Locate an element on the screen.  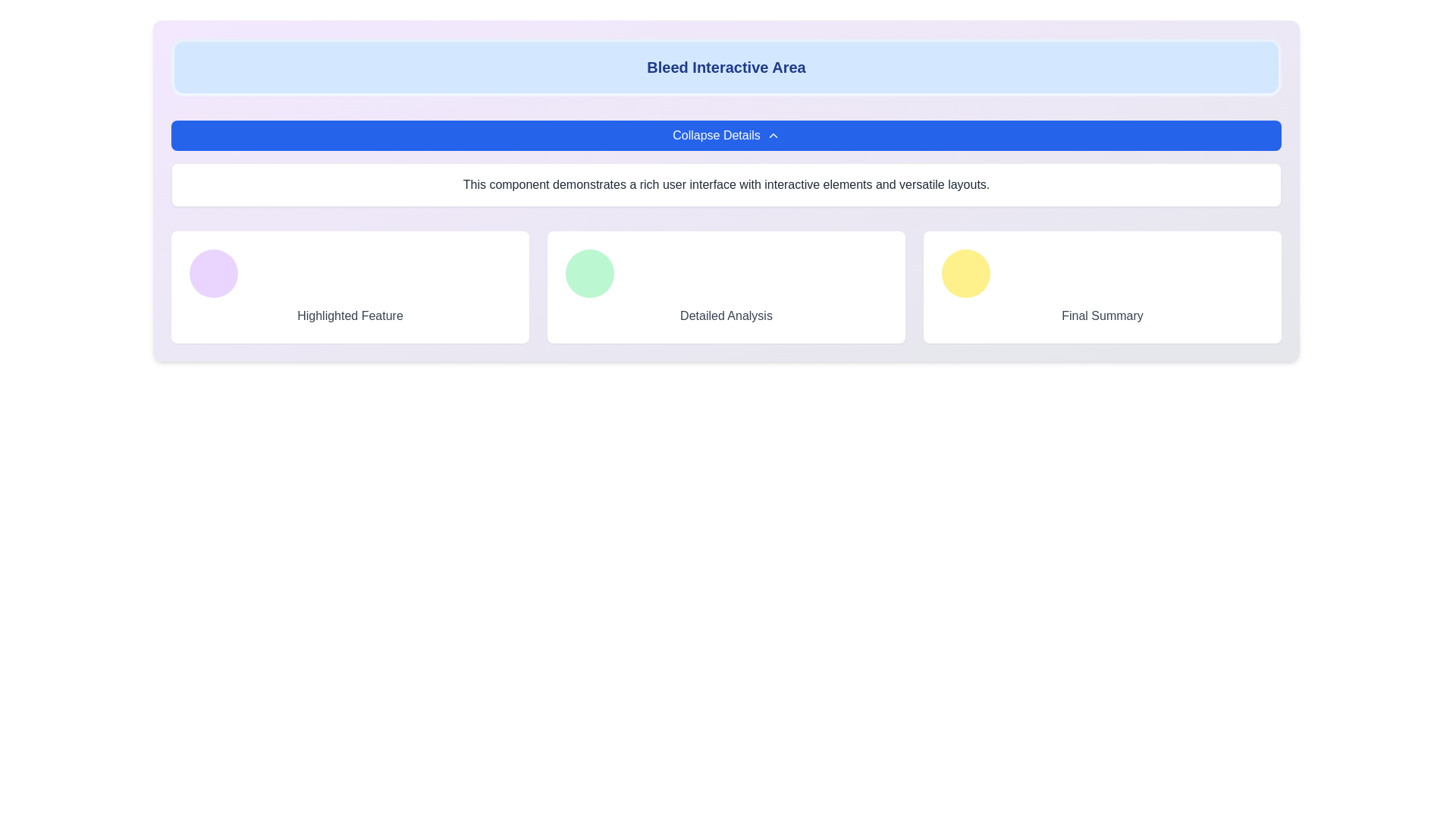
the Text Label situated at the bottom-right corner of the layout, which provides descriptive text content and is adjacent to a circular yellow icon is located at coordinates (1103, 315).